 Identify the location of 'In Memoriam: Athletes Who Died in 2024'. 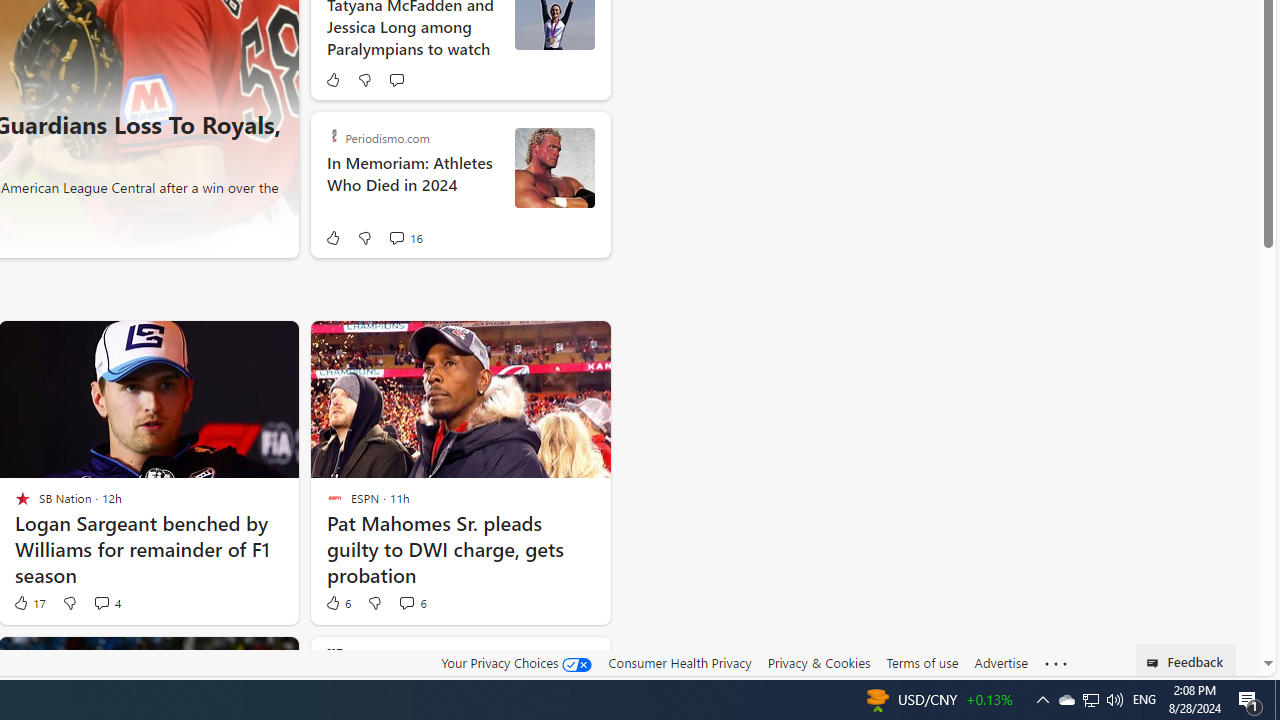
(411, 185).